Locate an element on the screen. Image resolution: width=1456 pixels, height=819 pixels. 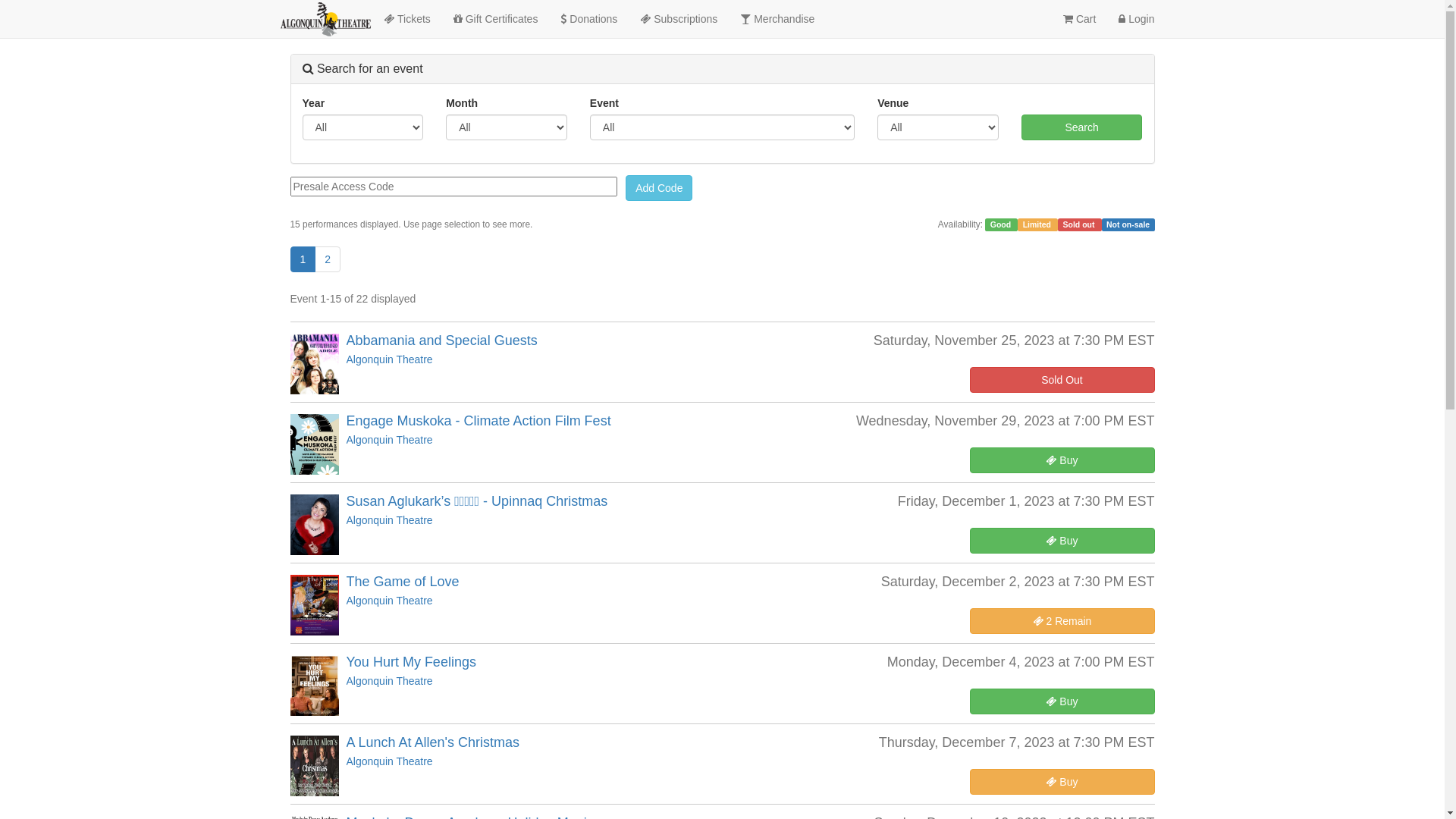
'Cart' is located at coordinates (1051, 18).